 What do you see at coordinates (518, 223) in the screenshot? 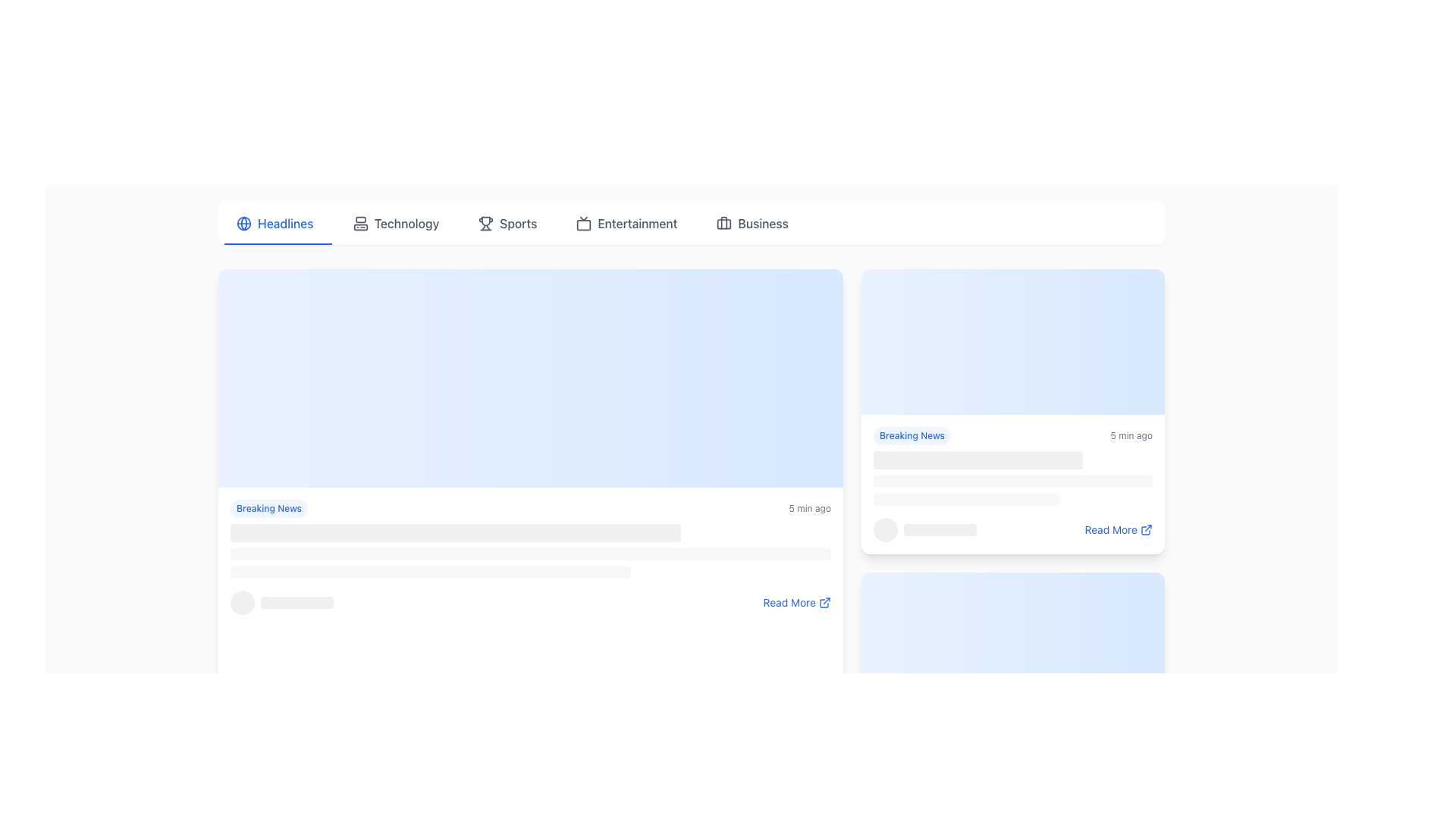
I see `the 'Sports' text label in the navigation bar` at bounding box center [518, 223].